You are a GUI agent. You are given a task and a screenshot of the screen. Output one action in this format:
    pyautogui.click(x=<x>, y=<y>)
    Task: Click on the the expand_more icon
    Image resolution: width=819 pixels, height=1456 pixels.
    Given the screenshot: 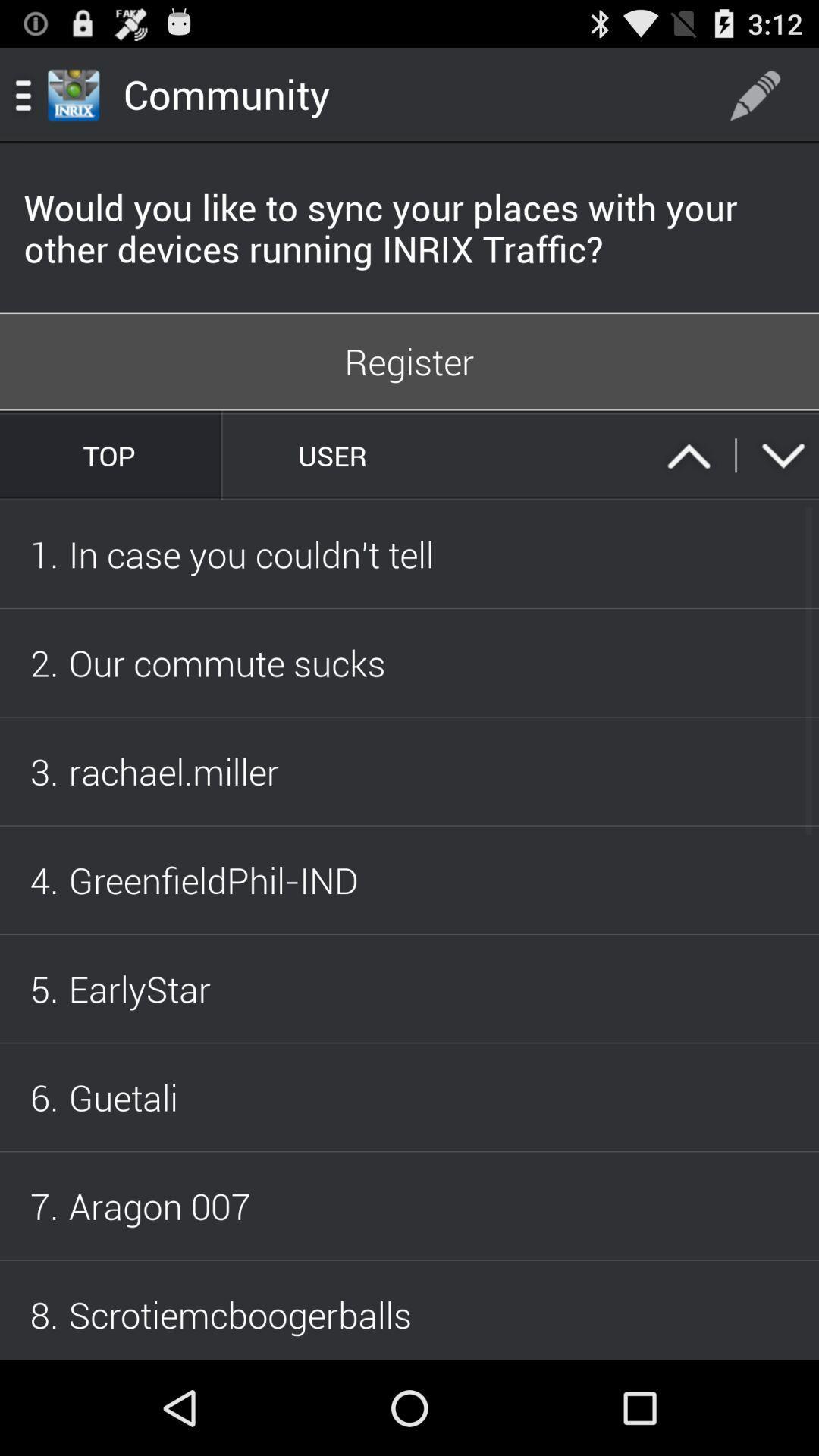 What is the action you would take?
    pyautogui.click(x=783, y=488)
    